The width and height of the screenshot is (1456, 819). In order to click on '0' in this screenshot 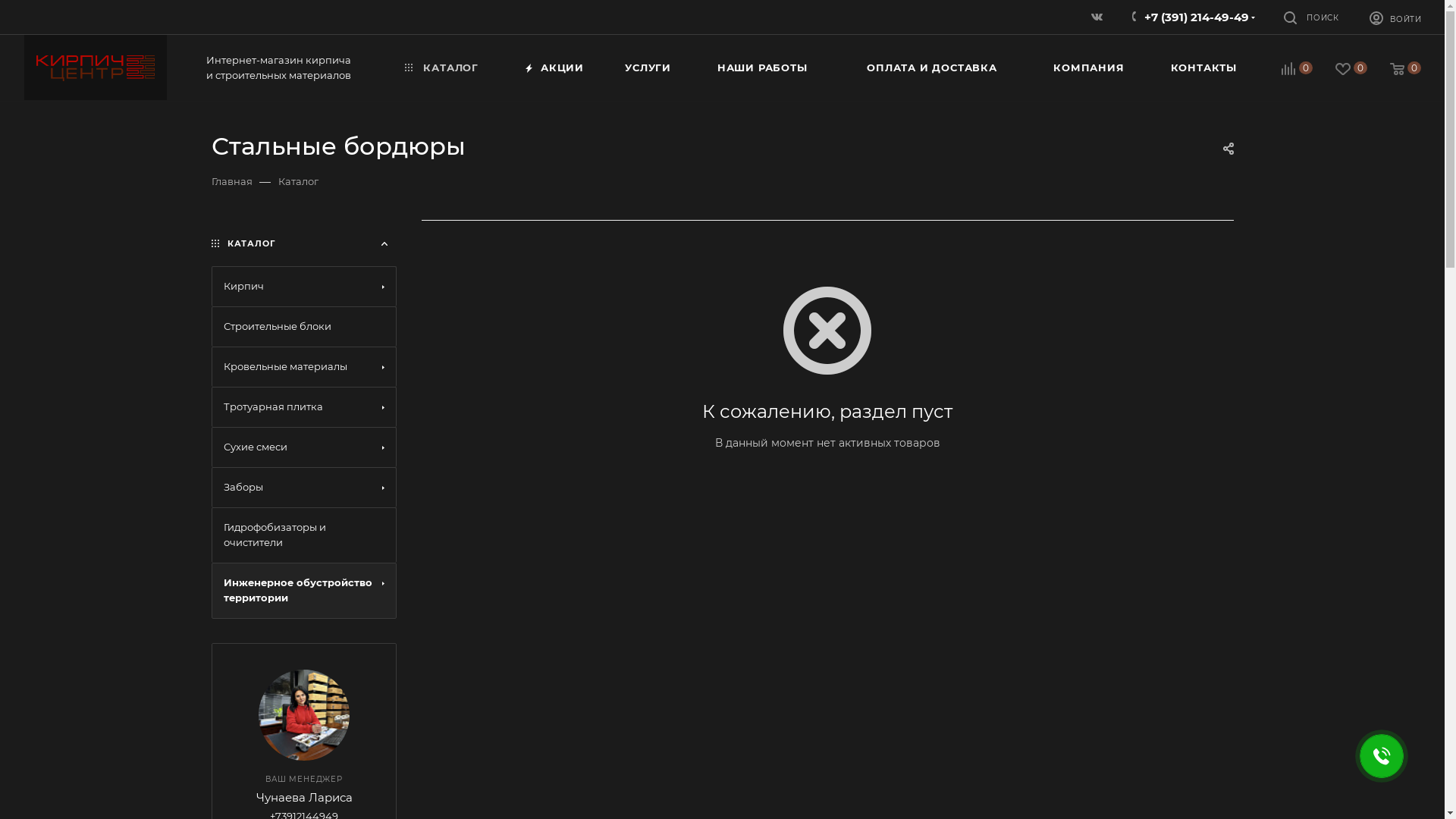, I will do `click(1285, 70)`.